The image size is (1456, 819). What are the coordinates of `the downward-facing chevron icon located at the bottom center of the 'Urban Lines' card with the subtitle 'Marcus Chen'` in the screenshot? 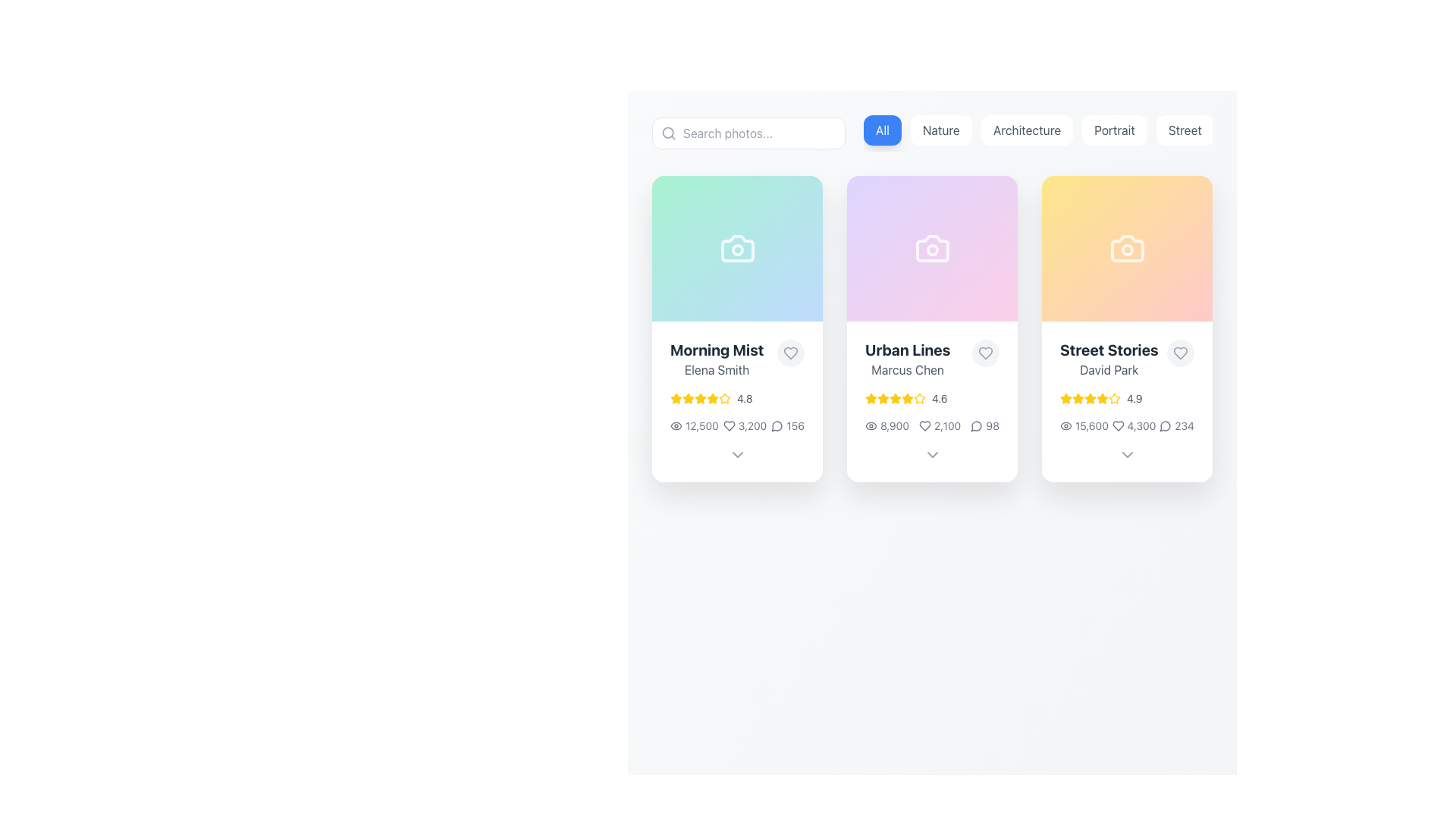 It's located at (931, 454).